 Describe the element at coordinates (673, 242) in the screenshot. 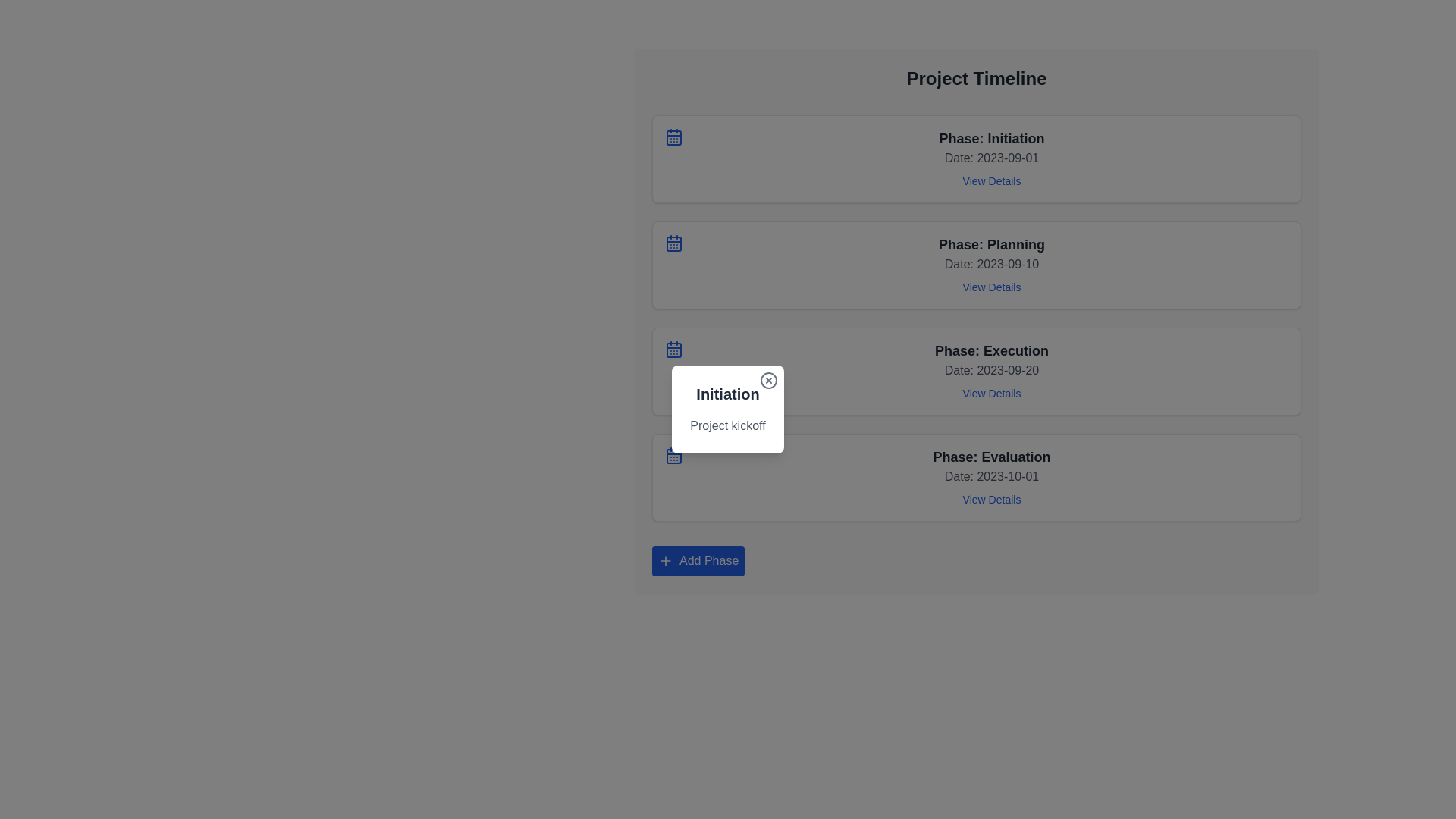

I see `the calendar icon located to the left of the text 'Phase: Planning' and 'Date: 2023-09-10' in the second entry of the project phases list for informational purposes` at that location.